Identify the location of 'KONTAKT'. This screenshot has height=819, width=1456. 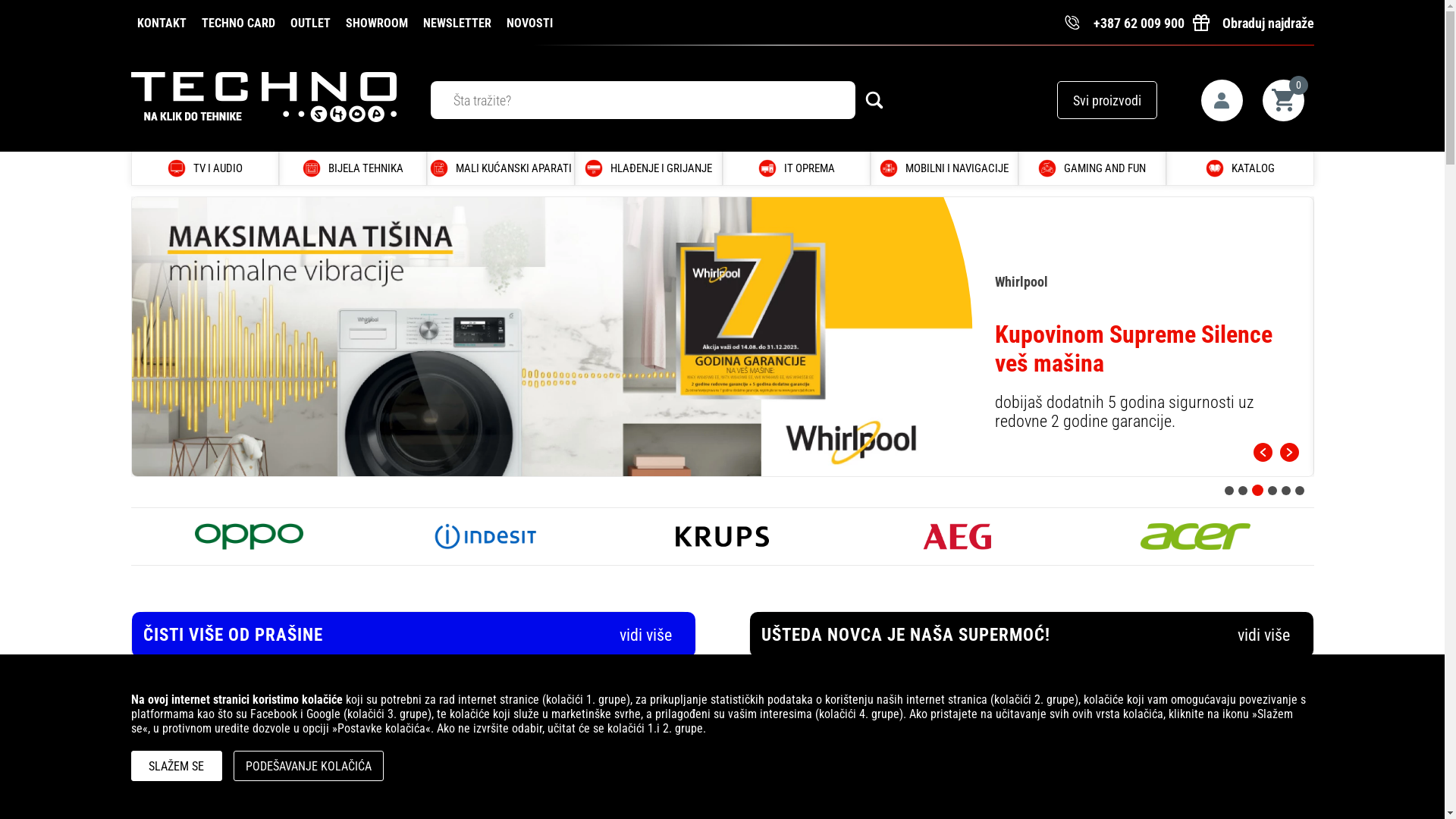
(161, 22).